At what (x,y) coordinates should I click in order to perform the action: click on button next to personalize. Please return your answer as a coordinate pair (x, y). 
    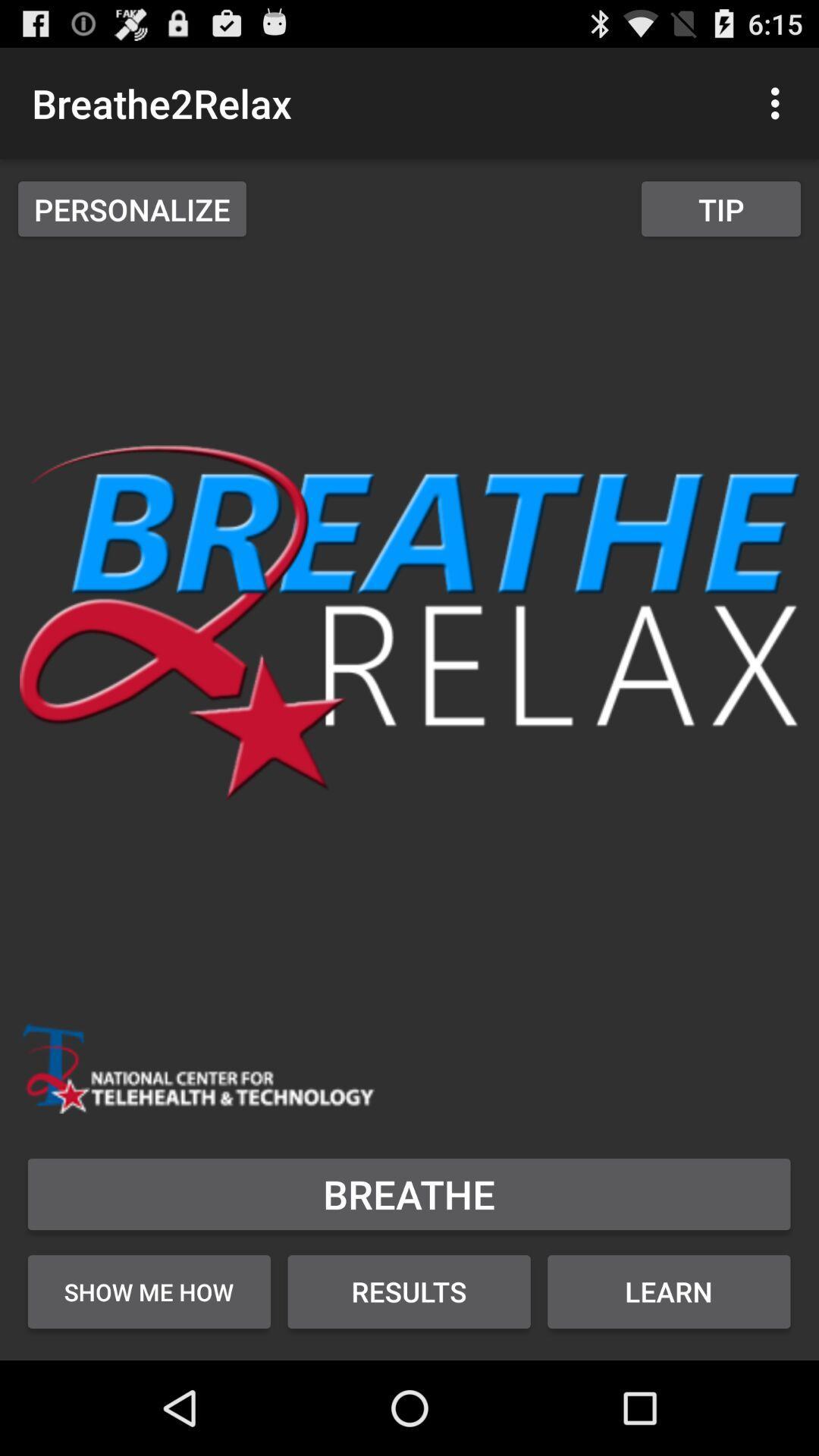
    Looking at the image, I should click on (720, 208).